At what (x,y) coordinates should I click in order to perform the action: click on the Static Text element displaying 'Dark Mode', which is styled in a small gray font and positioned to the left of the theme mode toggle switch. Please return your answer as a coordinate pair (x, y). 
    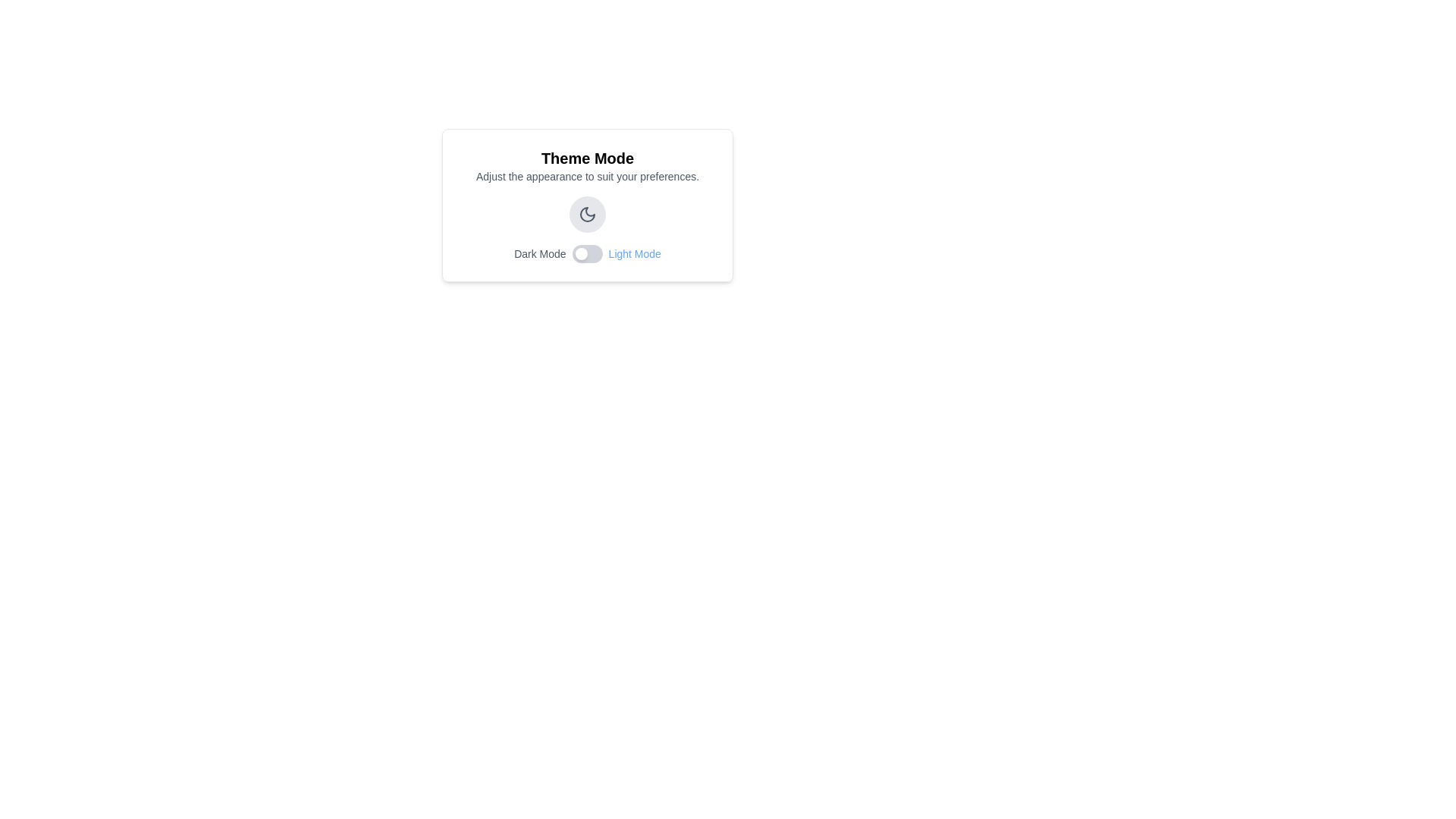
    Looking at the image, I should click on (540, 253).